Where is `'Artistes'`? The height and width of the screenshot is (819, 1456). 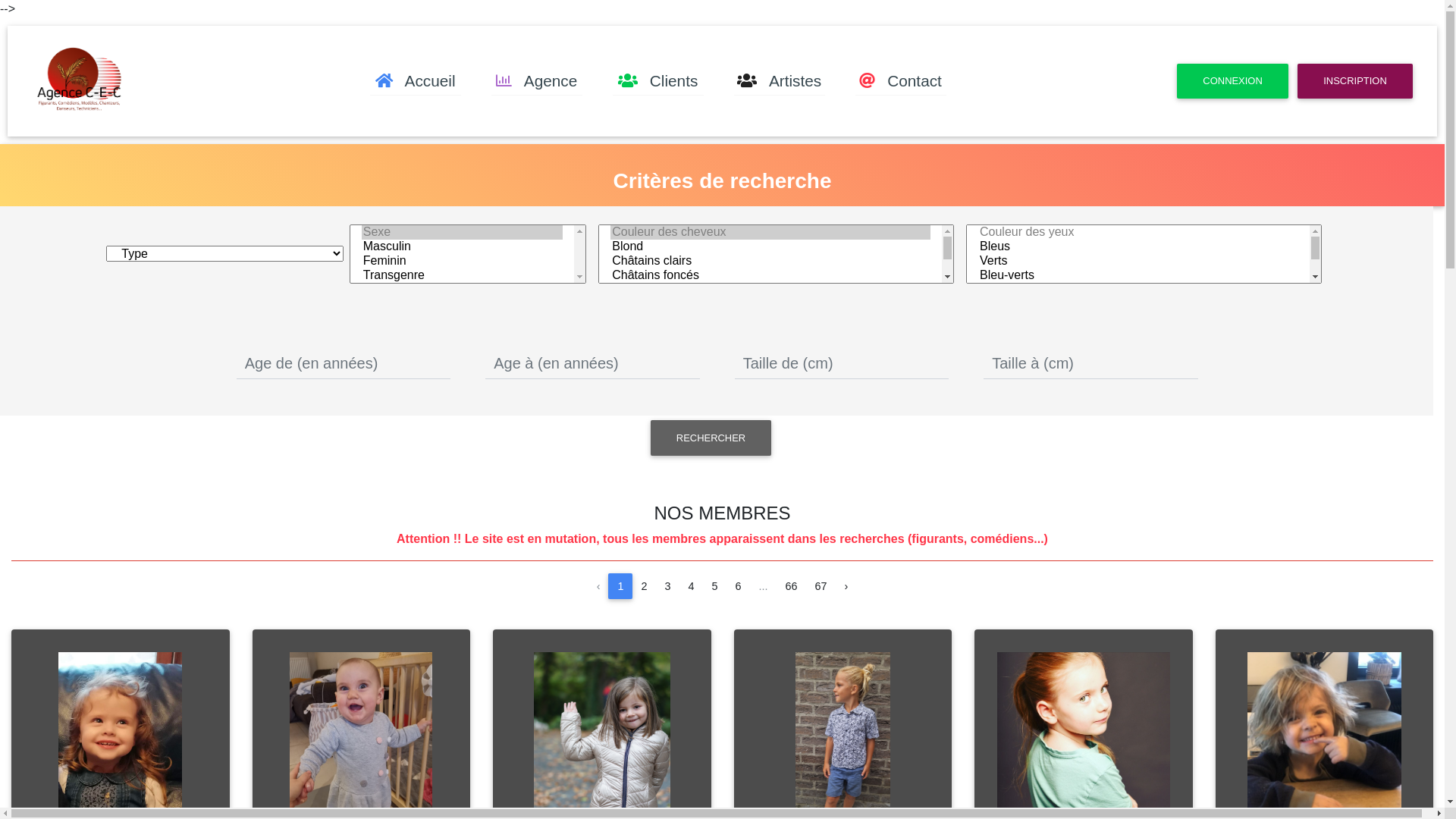 'Artistes' is located at coordinates (779, 81).